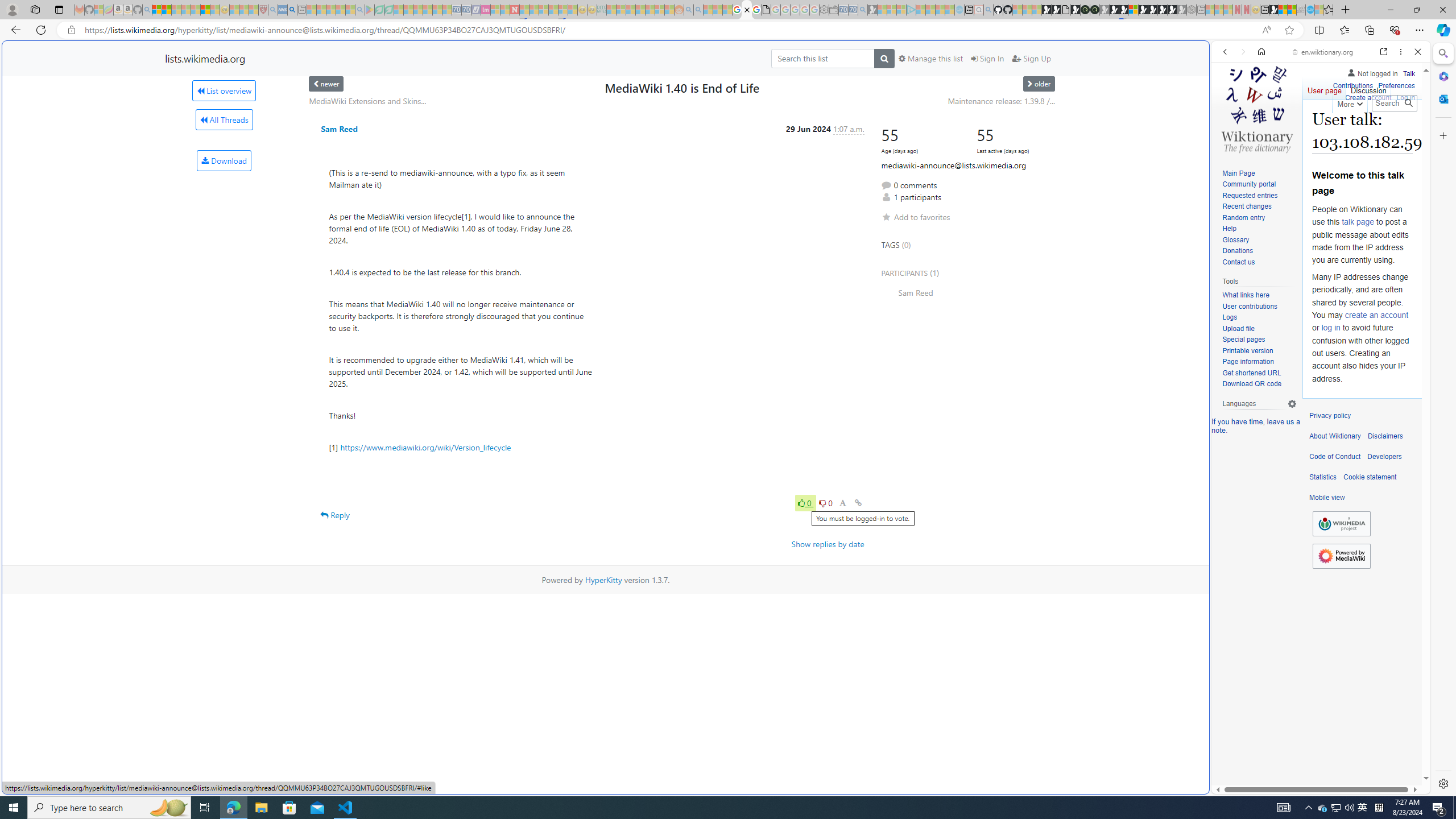  Describe the element at coordinates (1249, 305) in the screenshot. I see `'User contributions'` at that location.